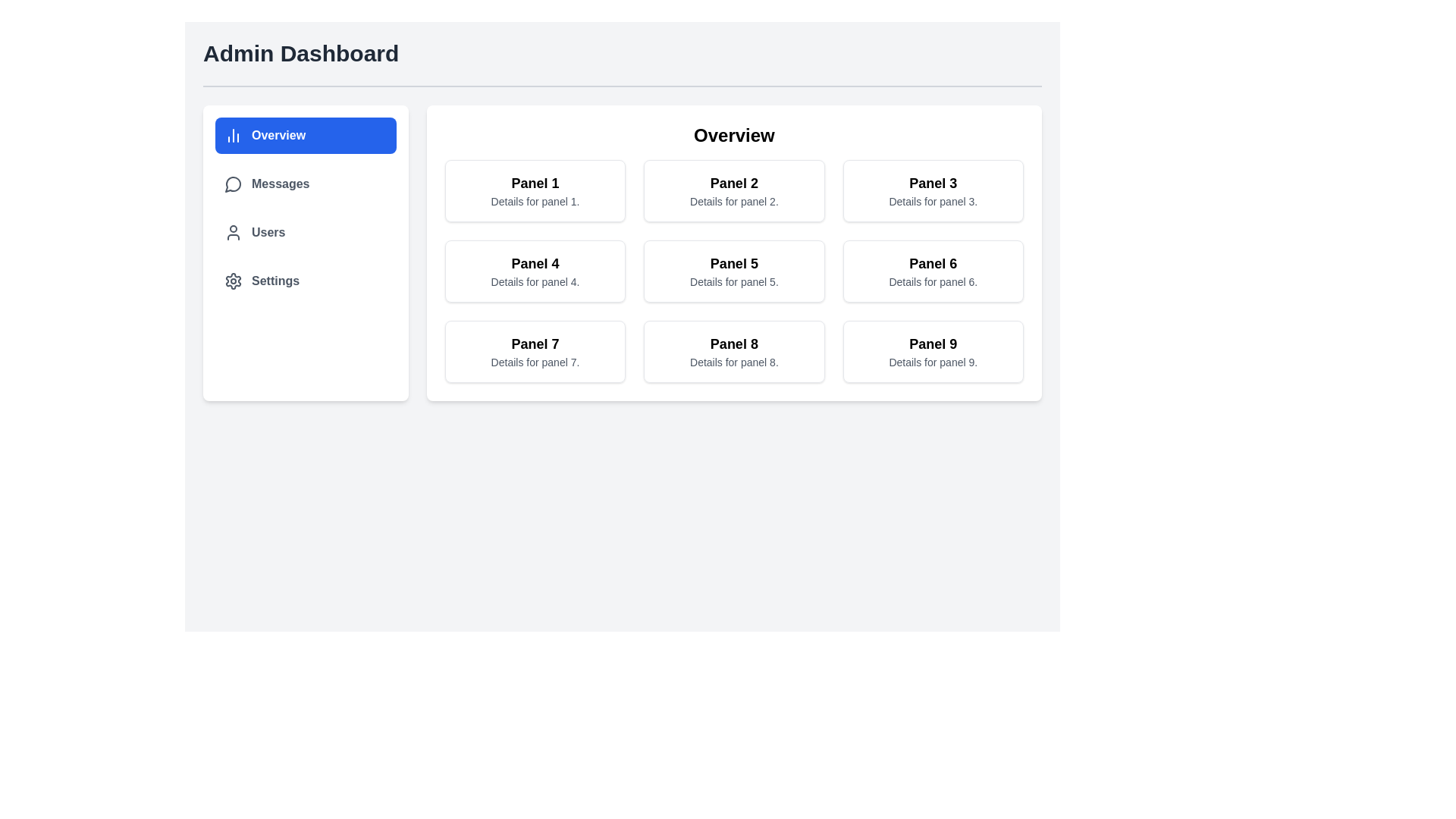 The image size is (1456, 819). Describe the element at coordinates (275, 281) in the screenshot. I see `the 'Settings' text label in the vertical sidebar menu, which is the fourth item and displayed in bold font` at that location.